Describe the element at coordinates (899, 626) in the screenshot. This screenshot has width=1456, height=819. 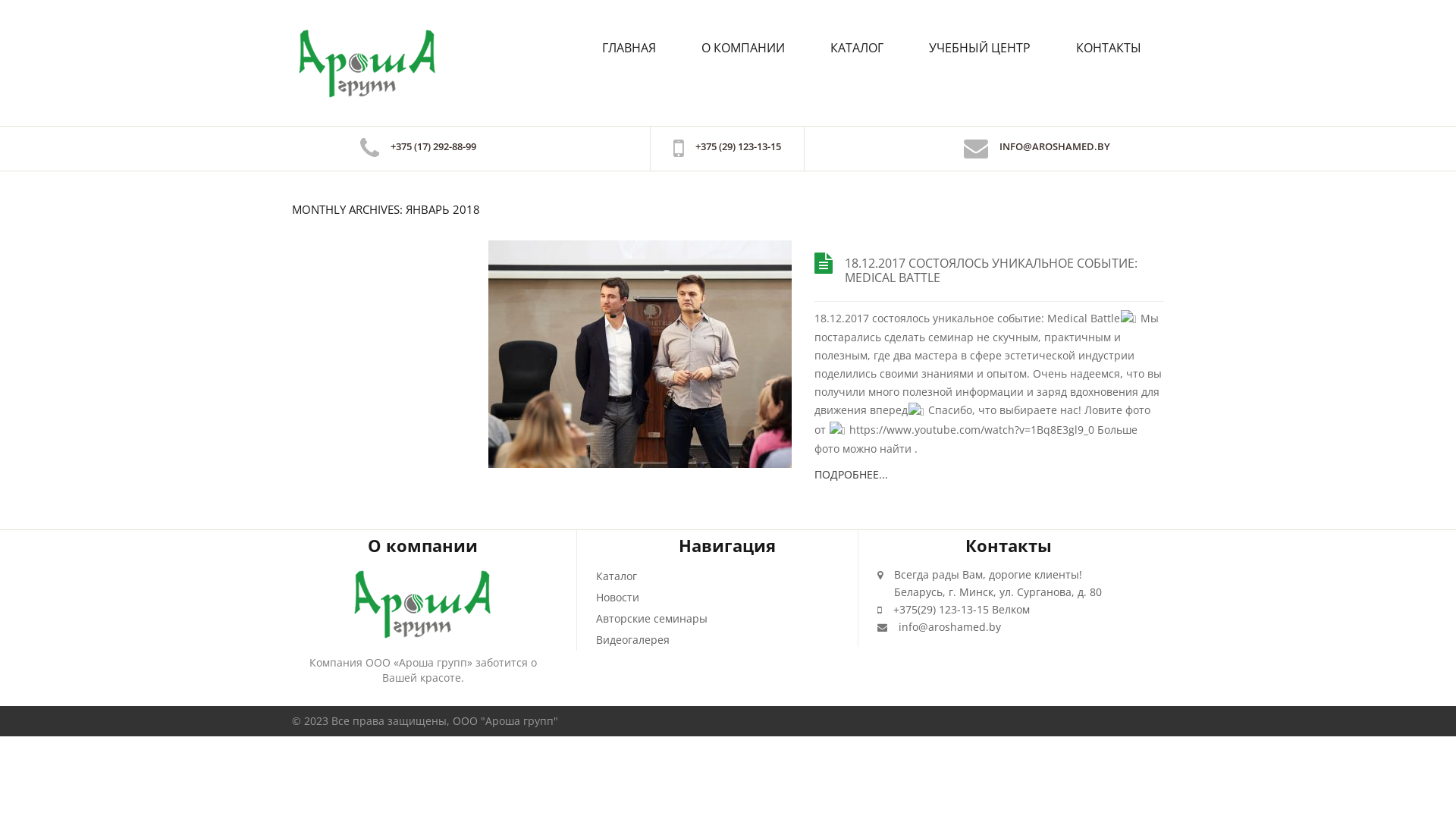
I see `'info@aroshamed.by'` at that location.